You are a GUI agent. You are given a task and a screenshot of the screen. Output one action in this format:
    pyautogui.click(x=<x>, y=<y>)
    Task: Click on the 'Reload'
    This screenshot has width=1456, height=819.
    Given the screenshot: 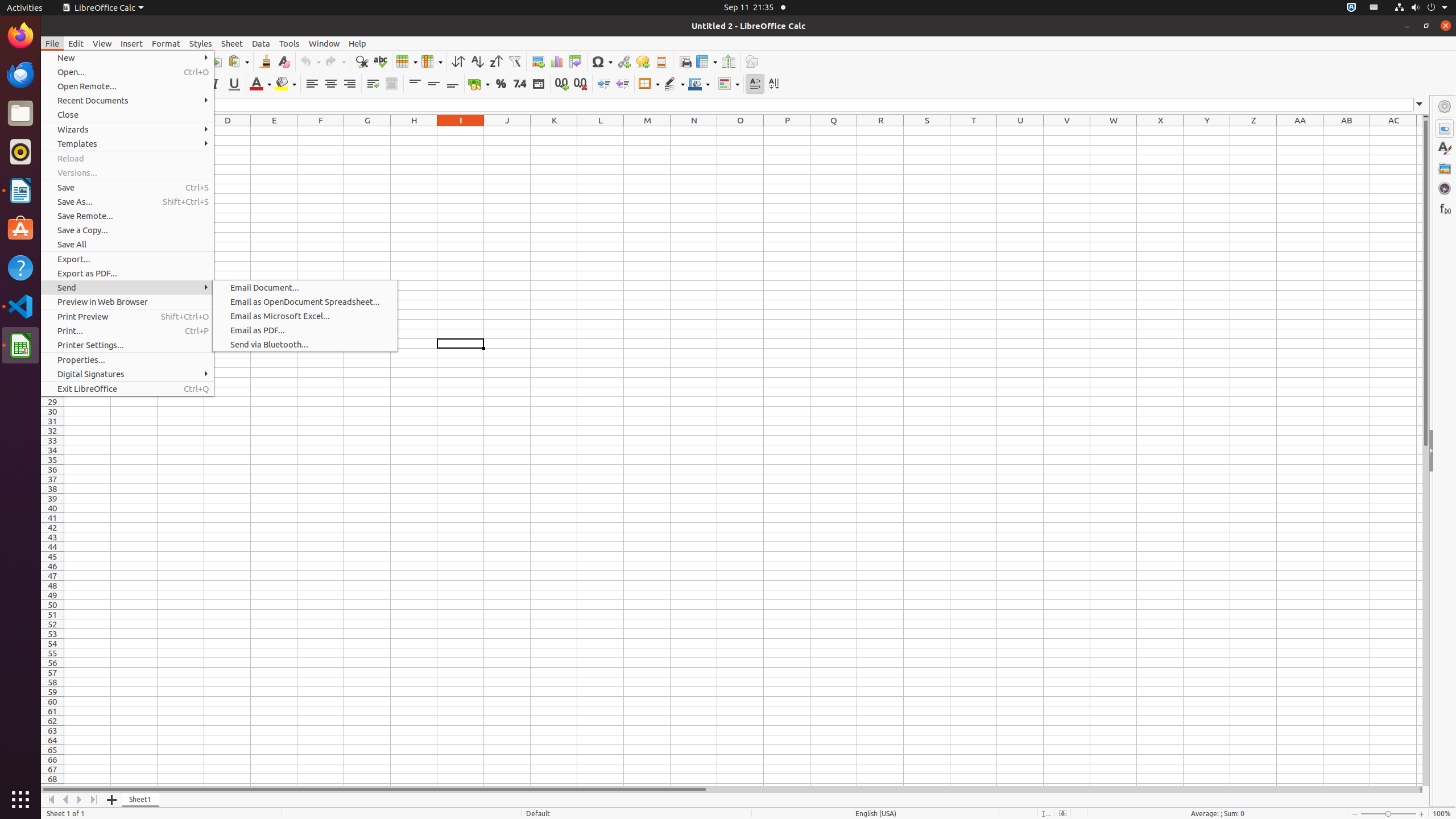 What is the action you would take?
    pyautogui.click(x=127, y=158)
    